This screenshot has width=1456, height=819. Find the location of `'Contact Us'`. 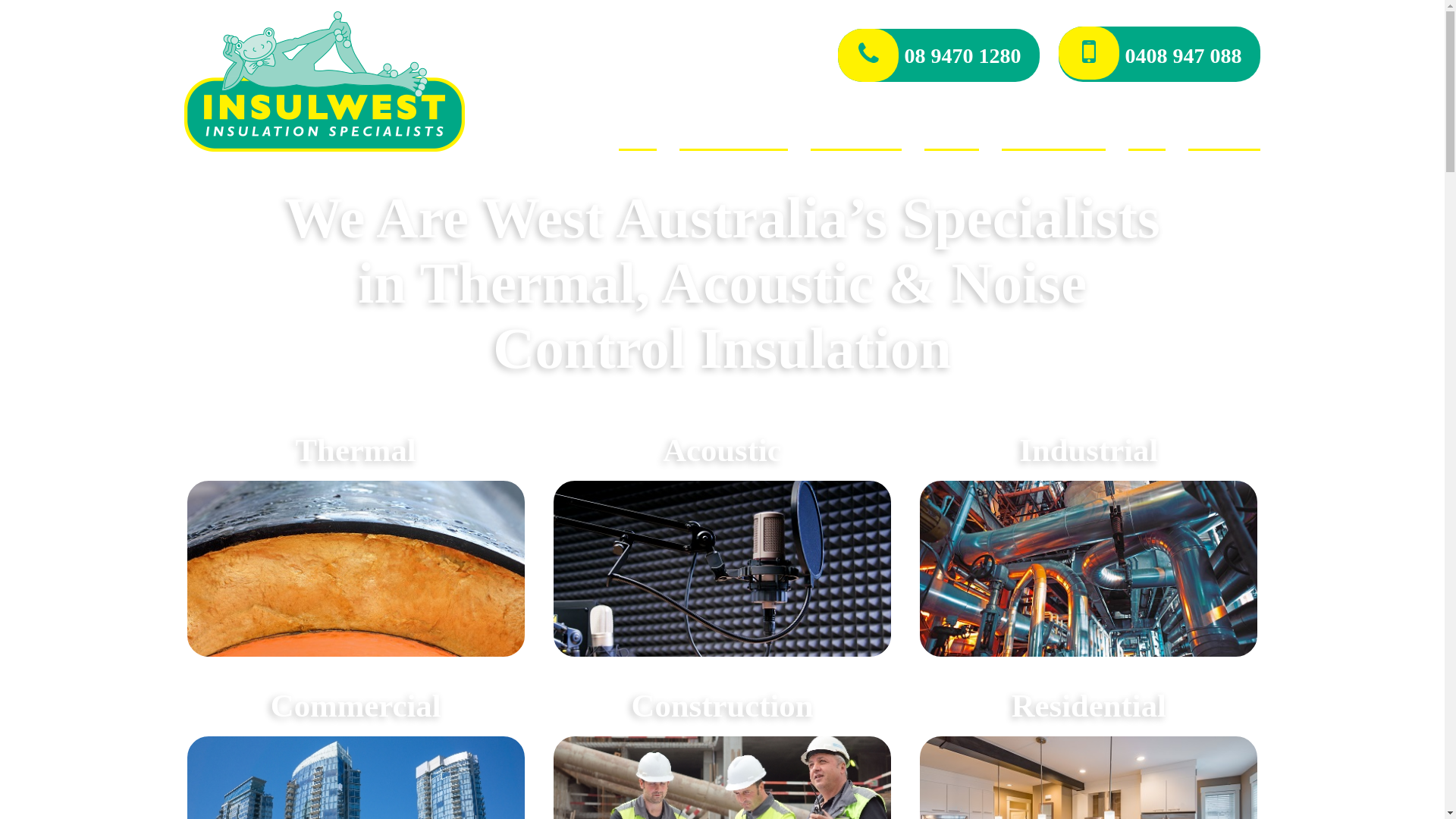

'Contact Us' is located at coordinates (1224, 134).